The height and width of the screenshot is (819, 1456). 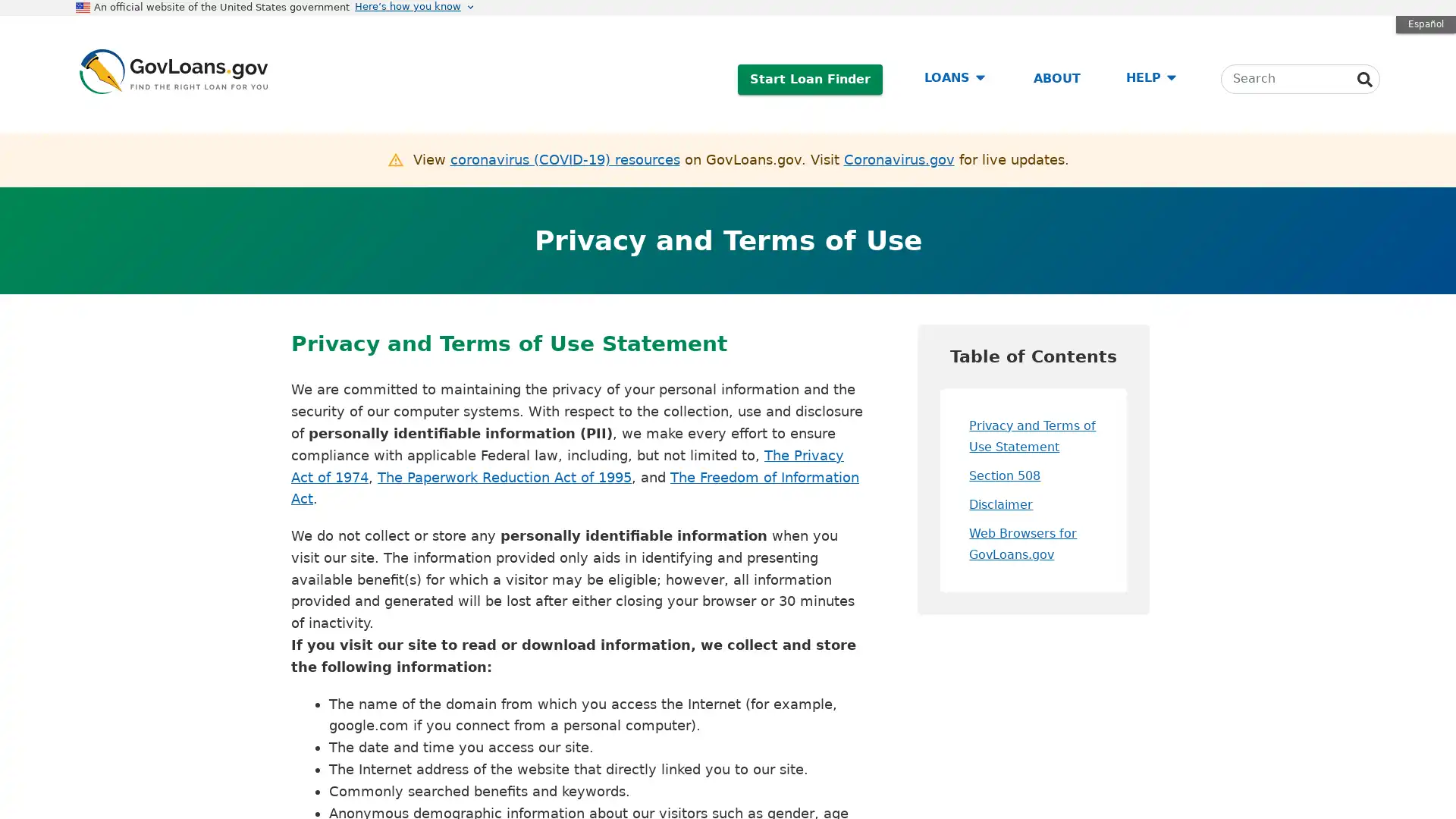 What do you see at coordinates (1032, 475) in the screenshot?
I see `Section 508` at bounding box center [1032, 475].